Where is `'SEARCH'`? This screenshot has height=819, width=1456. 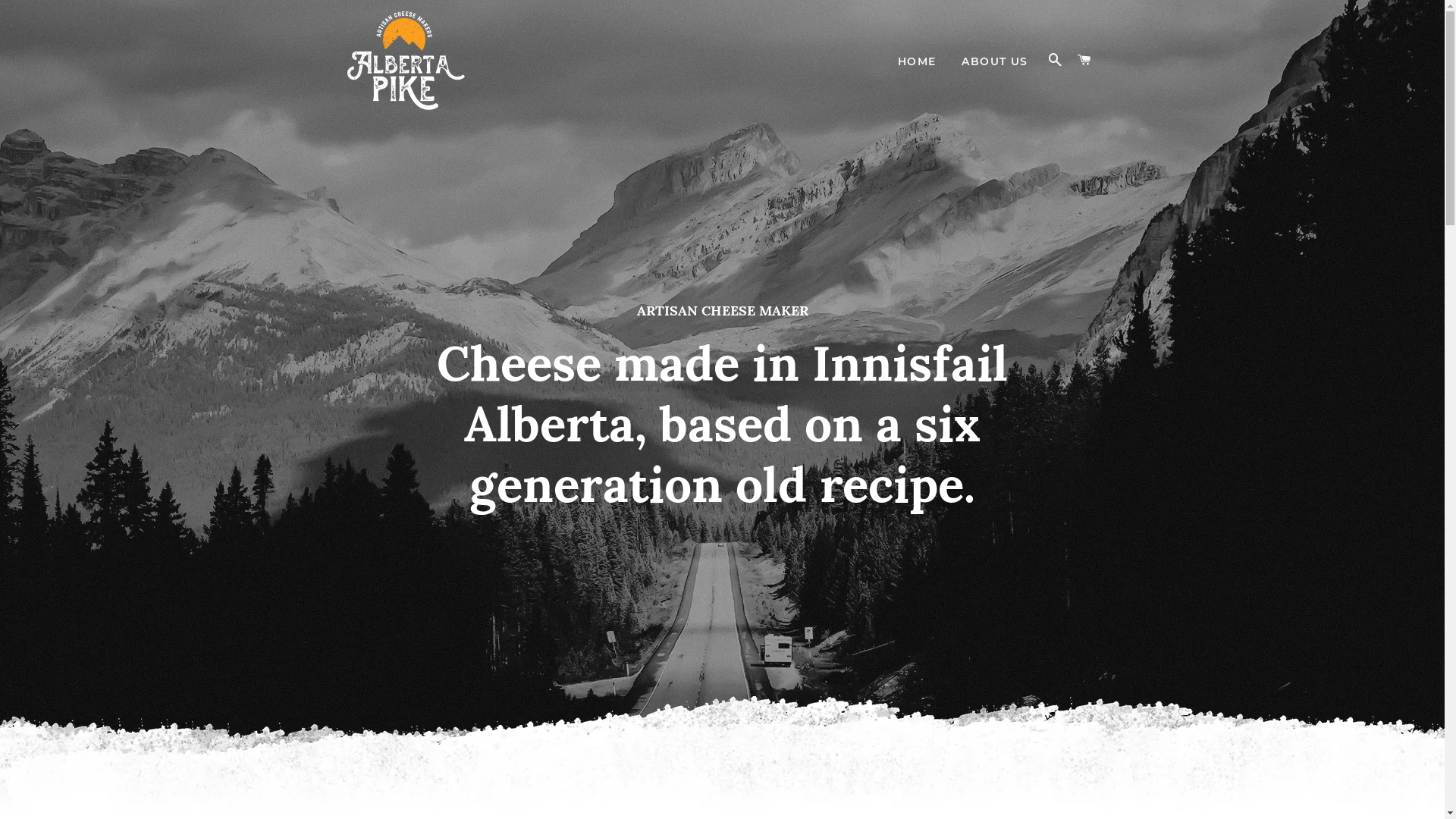 'SEARCH' is located at coordinates (1055, 60).